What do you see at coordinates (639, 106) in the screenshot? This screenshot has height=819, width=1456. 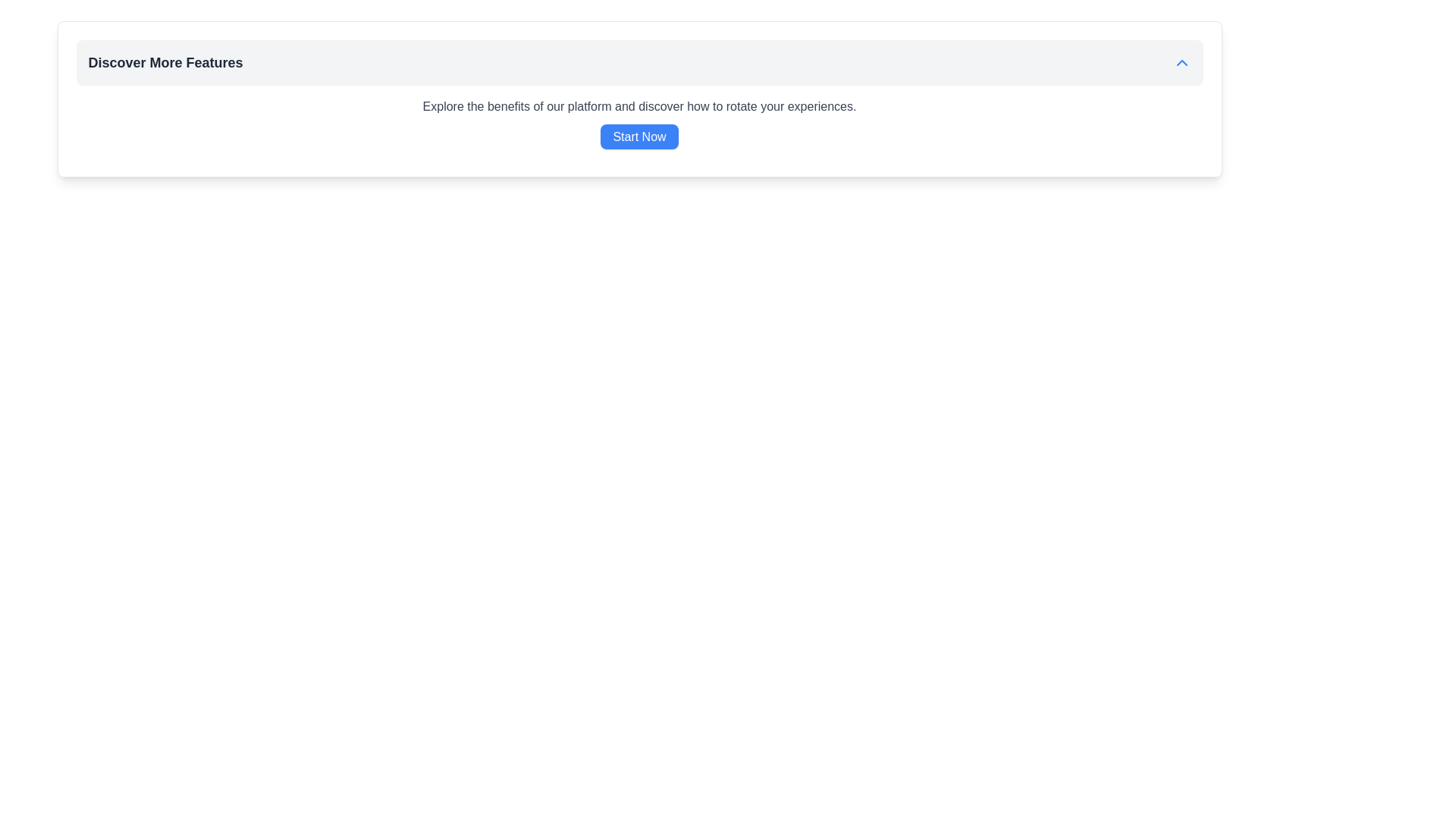 I see `the static text content that provides descriptive guidance or promotional text about the platform, located above the 'Start Now' button` at bounding box center [639, 106].